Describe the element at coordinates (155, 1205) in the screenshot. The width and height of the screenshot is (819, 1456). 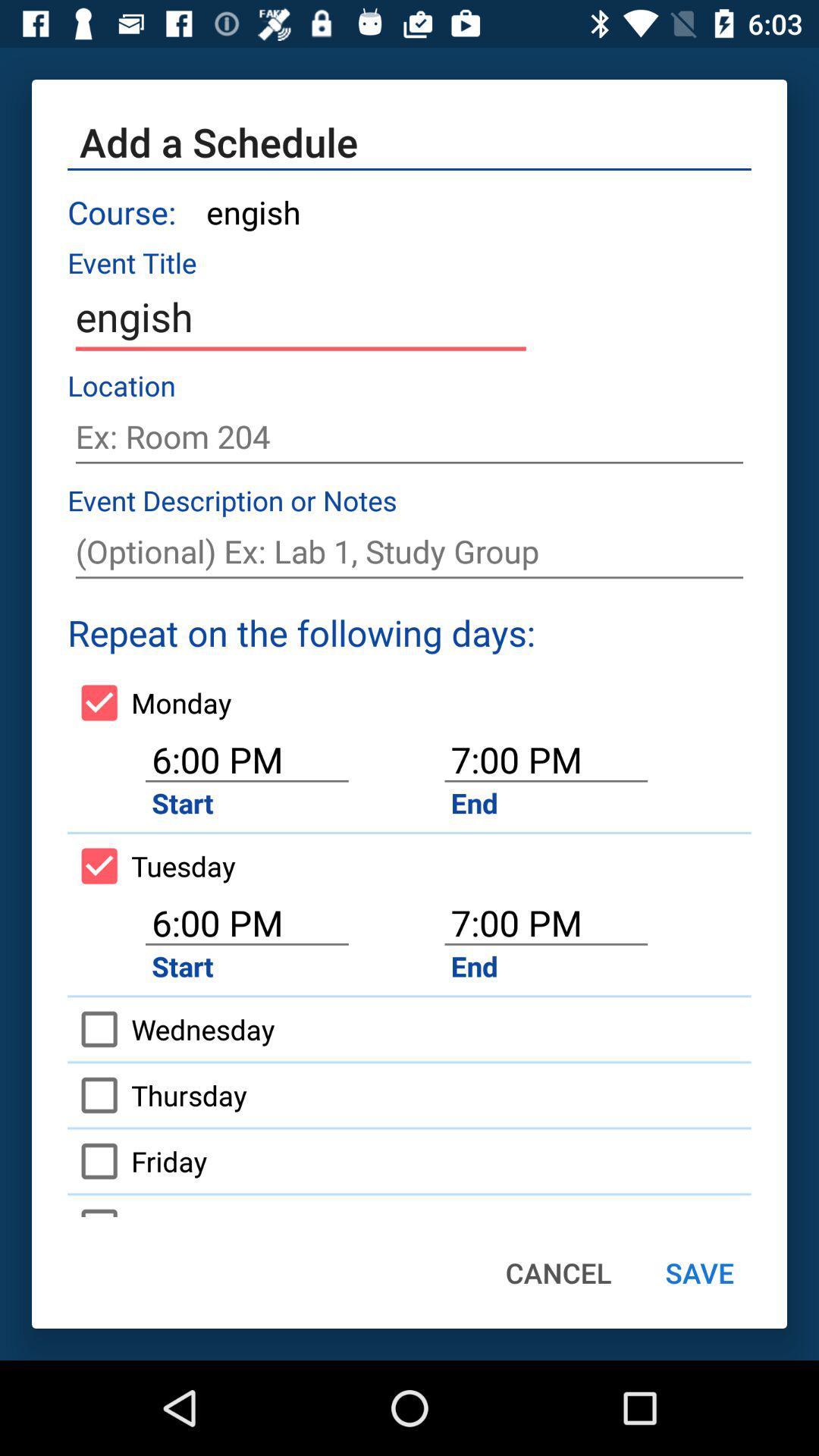
I see `icon to the left of the cancel icon` at that location.